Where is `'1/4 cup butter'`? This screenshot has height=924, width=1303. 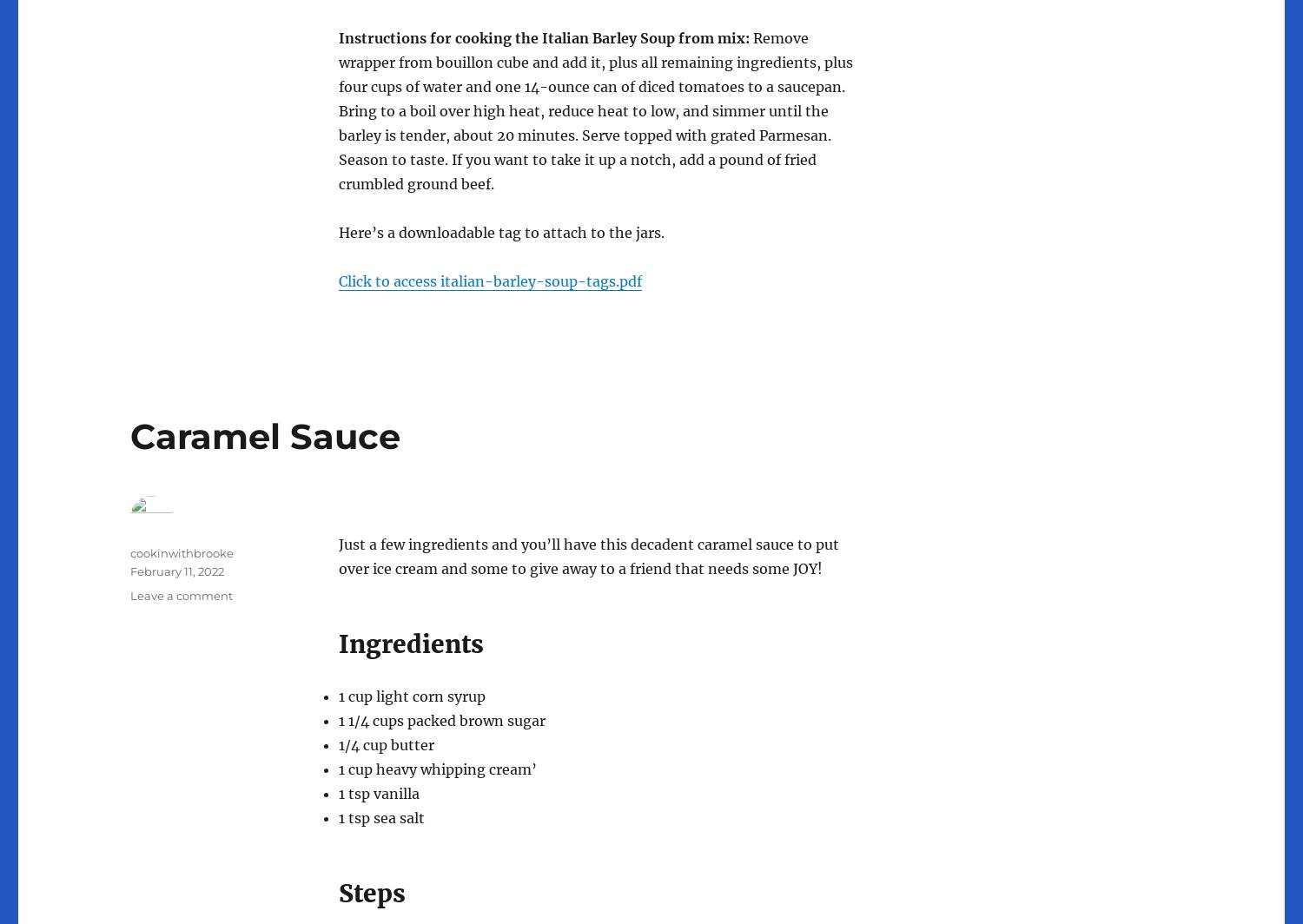 '1/4 cup butter' is located at coordinates (386, 744).